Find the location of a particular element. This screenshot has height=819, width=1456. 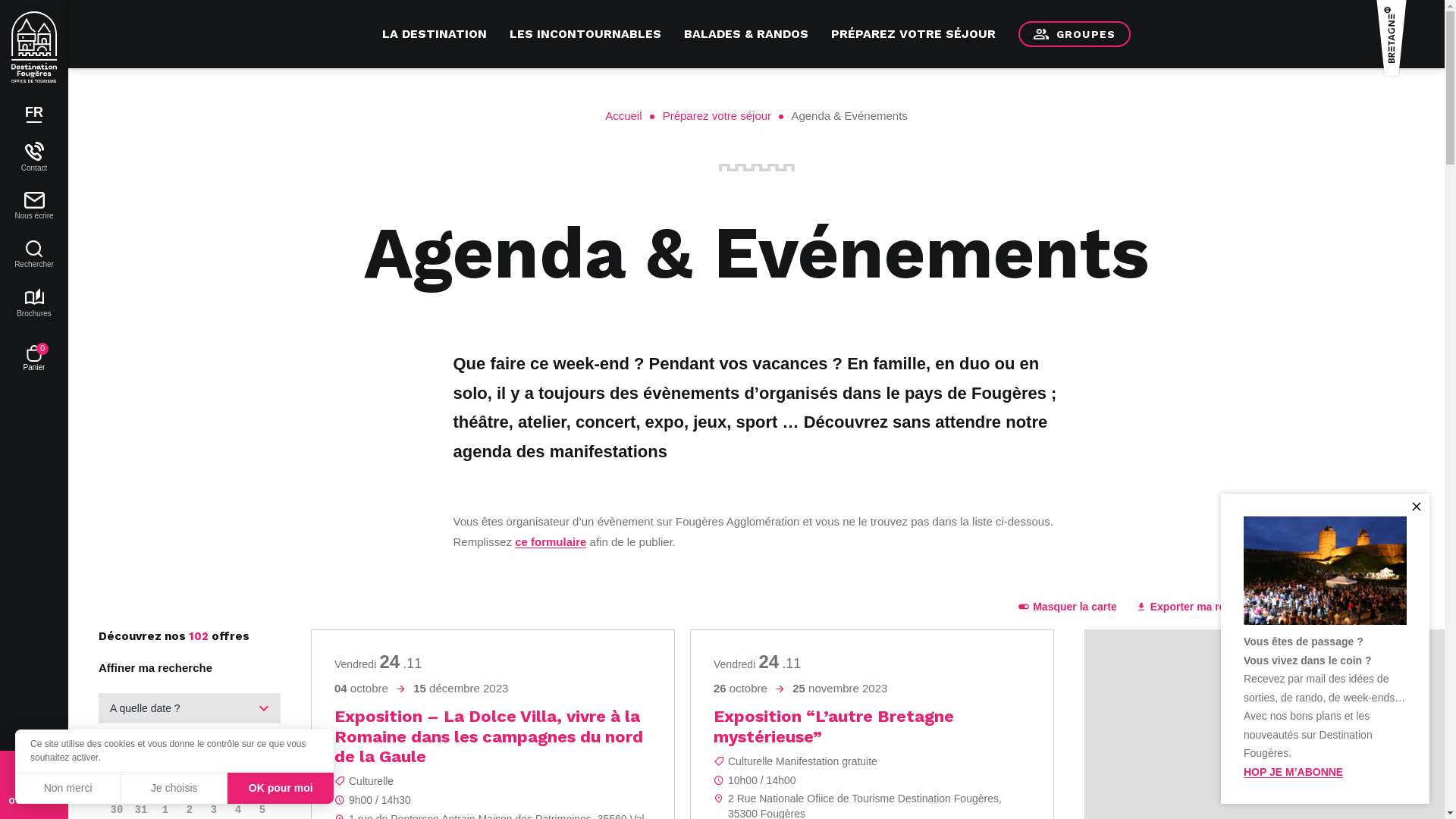

'BALADES & RANDOS' is located at coordinates (683, 34).